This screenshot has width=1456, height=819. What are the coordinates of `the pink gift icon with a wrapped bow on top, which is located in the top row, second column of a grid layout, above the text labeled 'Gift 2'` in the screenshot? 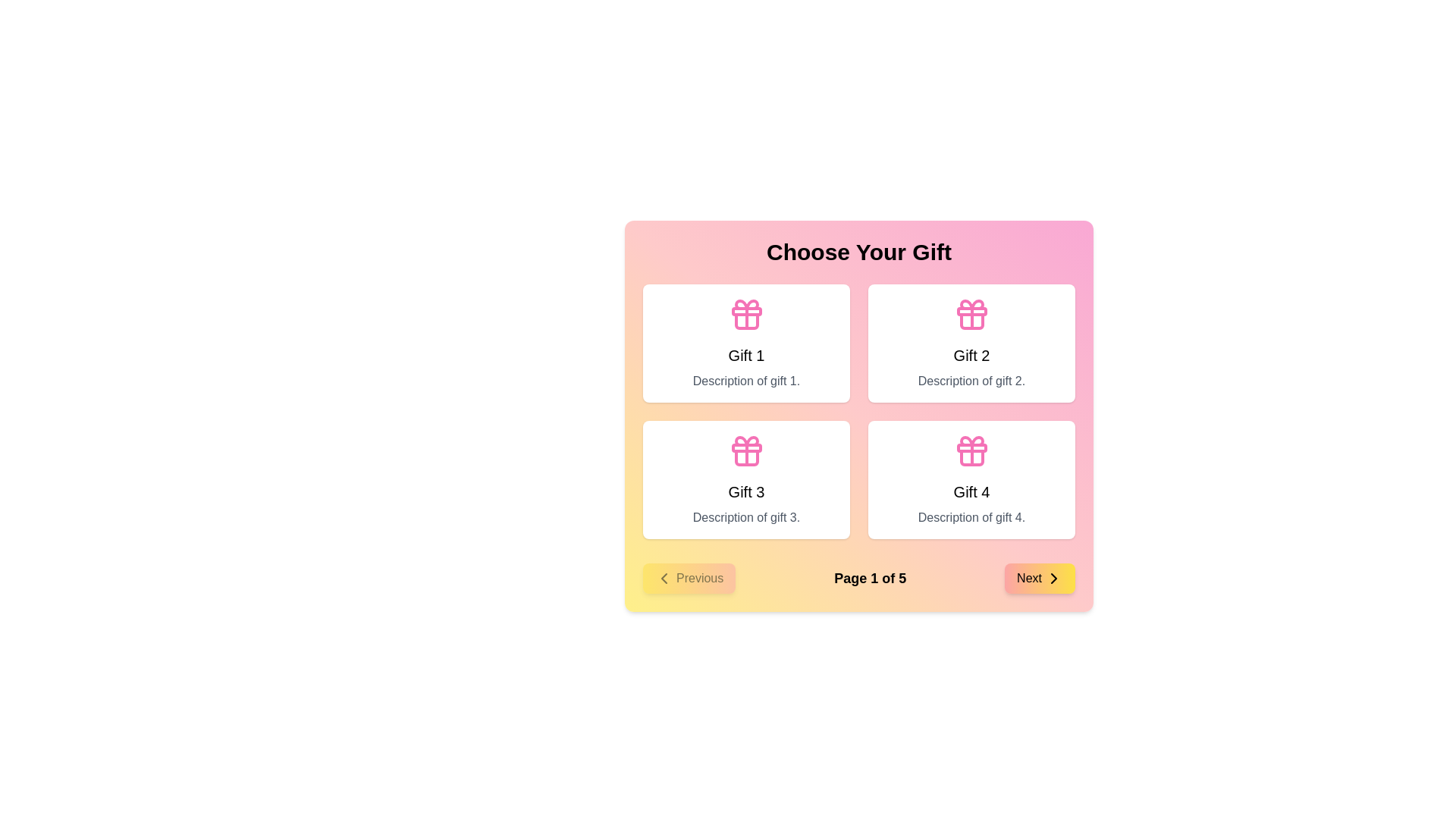 It's located at (971, 314).